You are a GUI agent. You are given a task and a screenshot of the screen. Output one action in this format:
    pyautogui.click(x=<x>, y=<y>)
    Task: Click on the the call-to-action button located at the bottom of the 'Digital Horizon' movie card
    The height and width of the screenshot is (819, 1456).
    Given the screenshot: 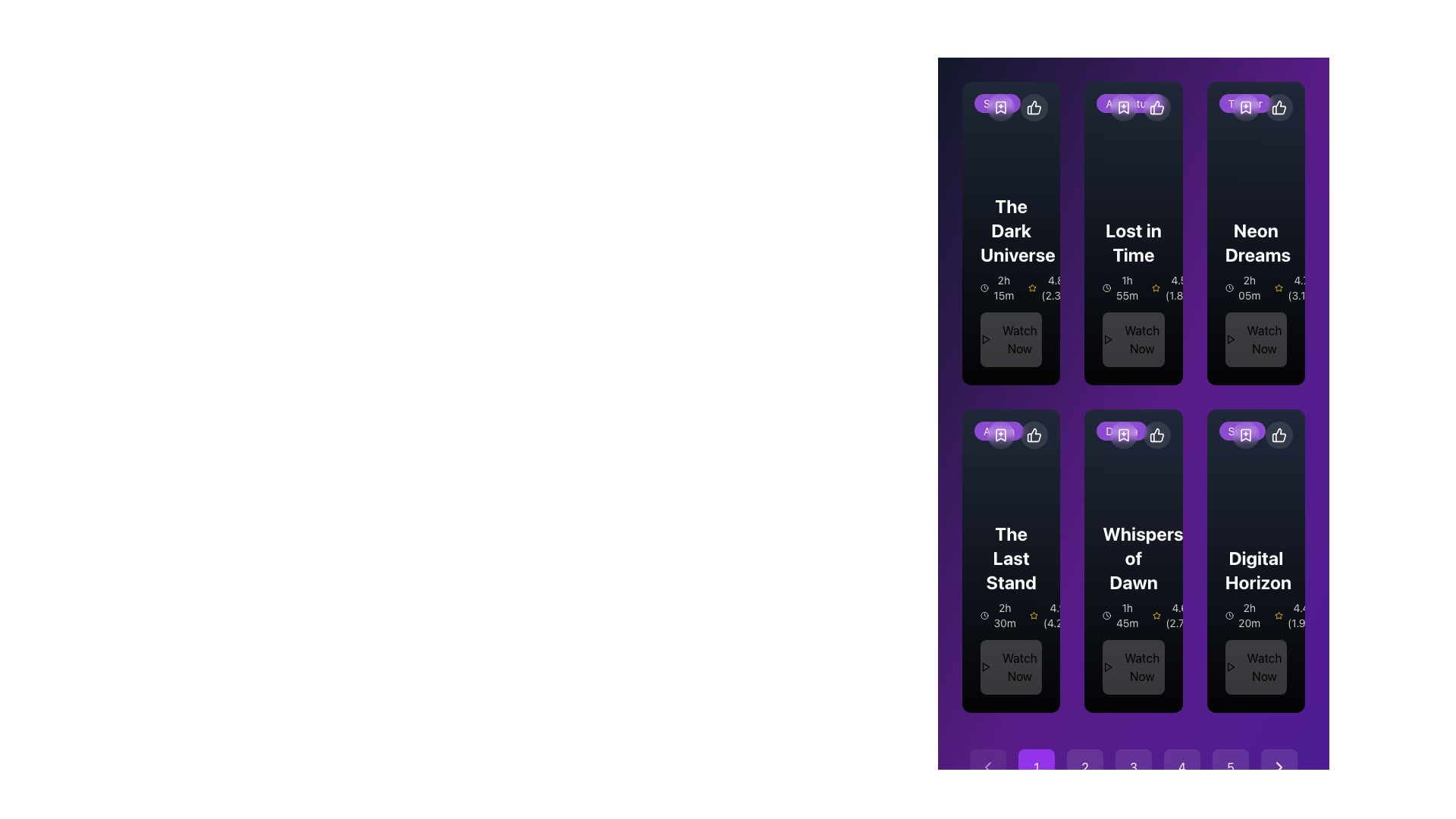 What is the action you would take?
    pyautogui.click(x=1264, y=666)
    